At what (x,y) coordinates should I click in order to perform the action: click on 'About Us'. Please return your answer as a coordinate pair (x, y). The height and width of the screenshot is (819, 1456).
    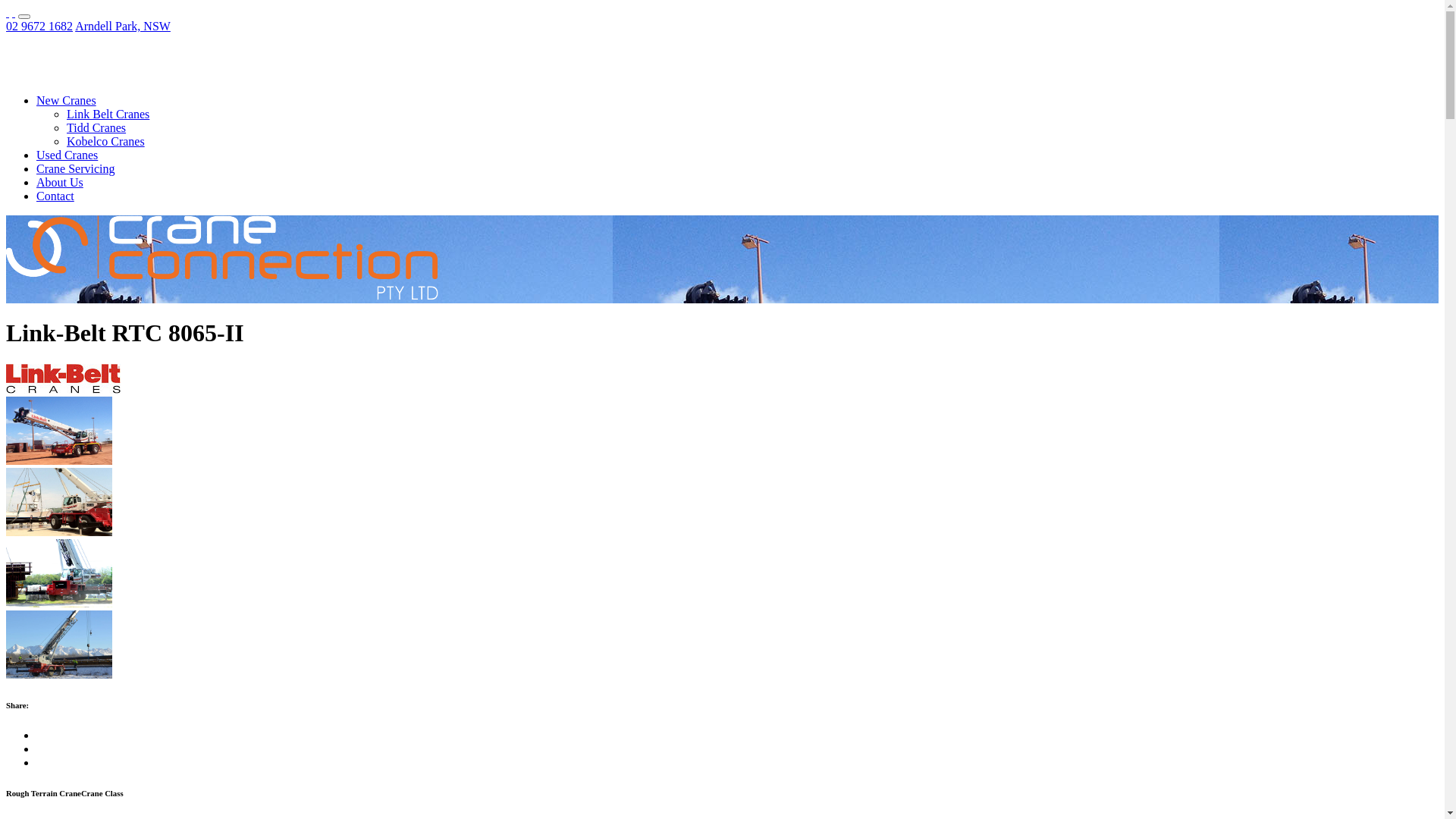
    Looking at the image, I should click on (59, 181).